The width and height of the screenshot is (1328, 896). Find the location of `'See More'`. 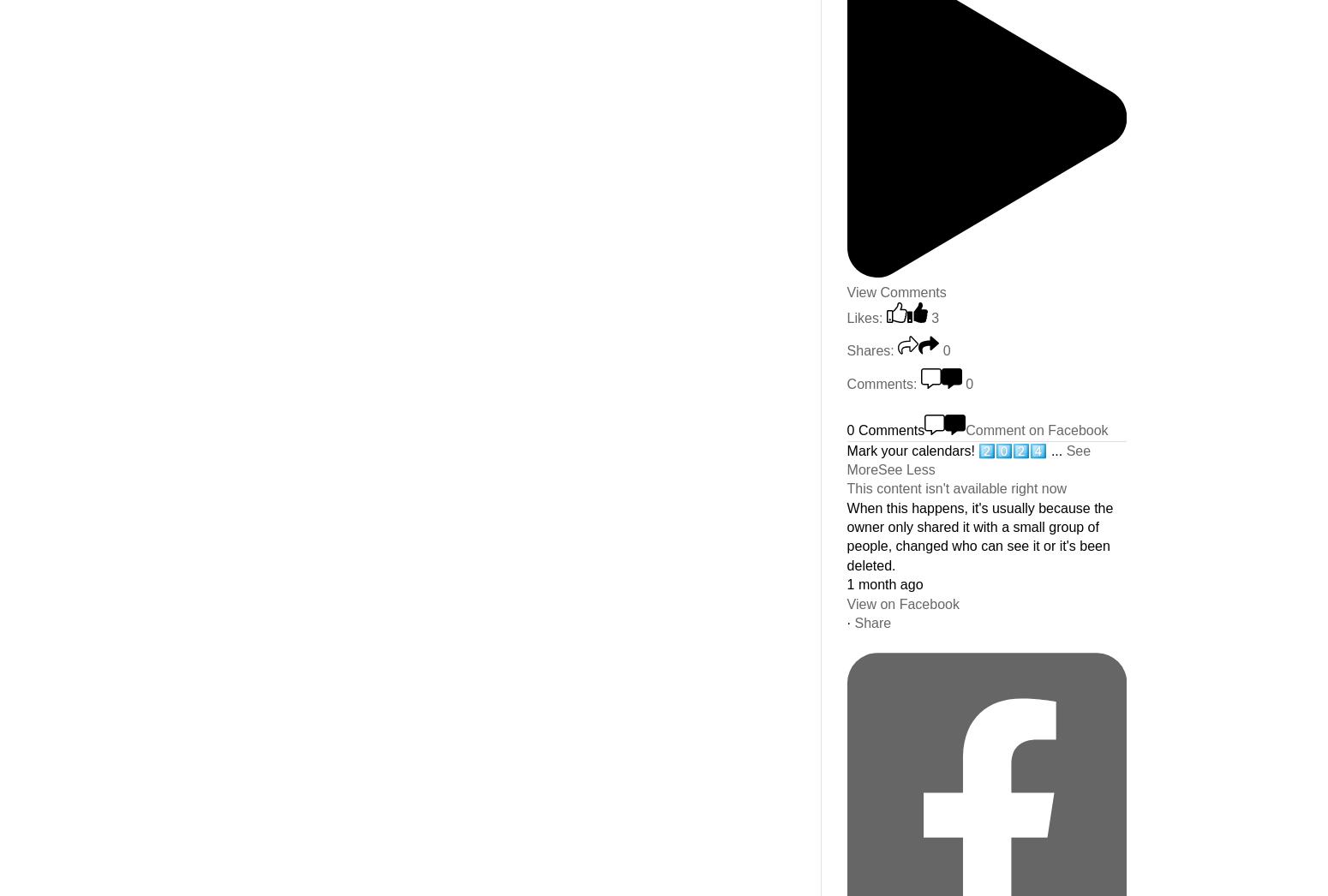

'See More' is located at coordinates (845, 458).